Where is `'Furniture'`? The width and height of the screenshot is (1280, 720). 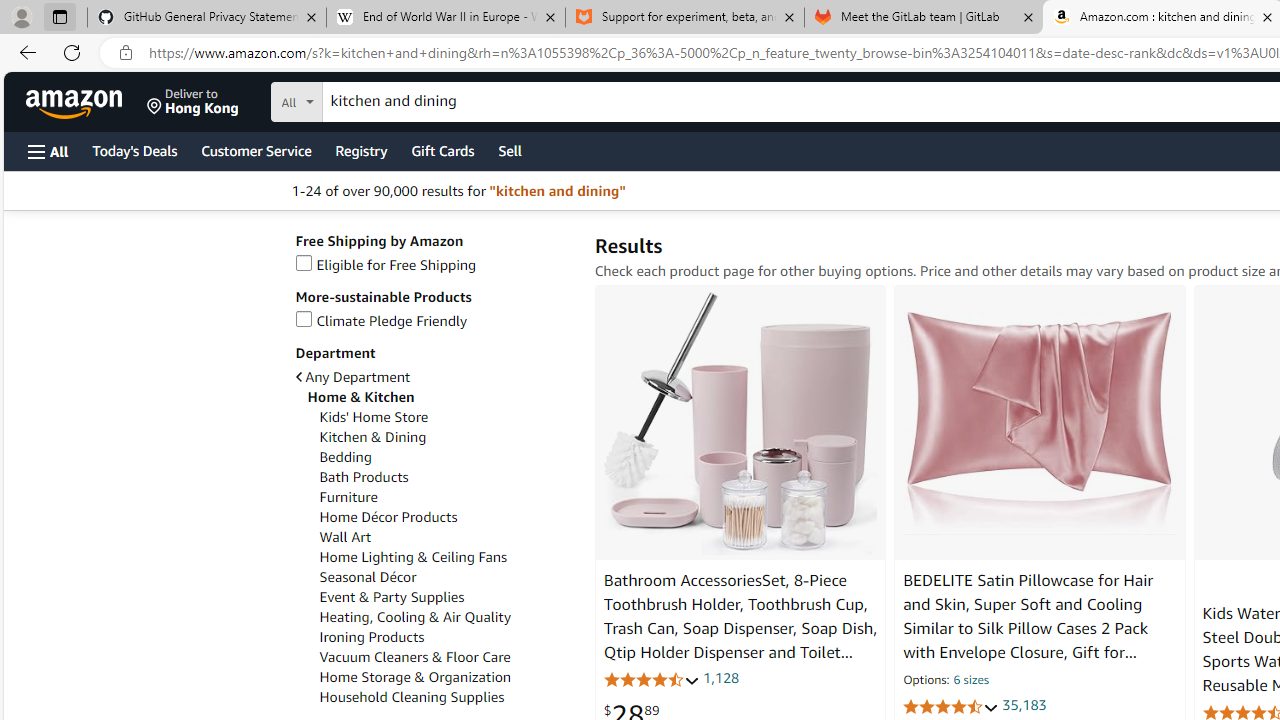 'Furniture' is located at coordinates (348, 496).